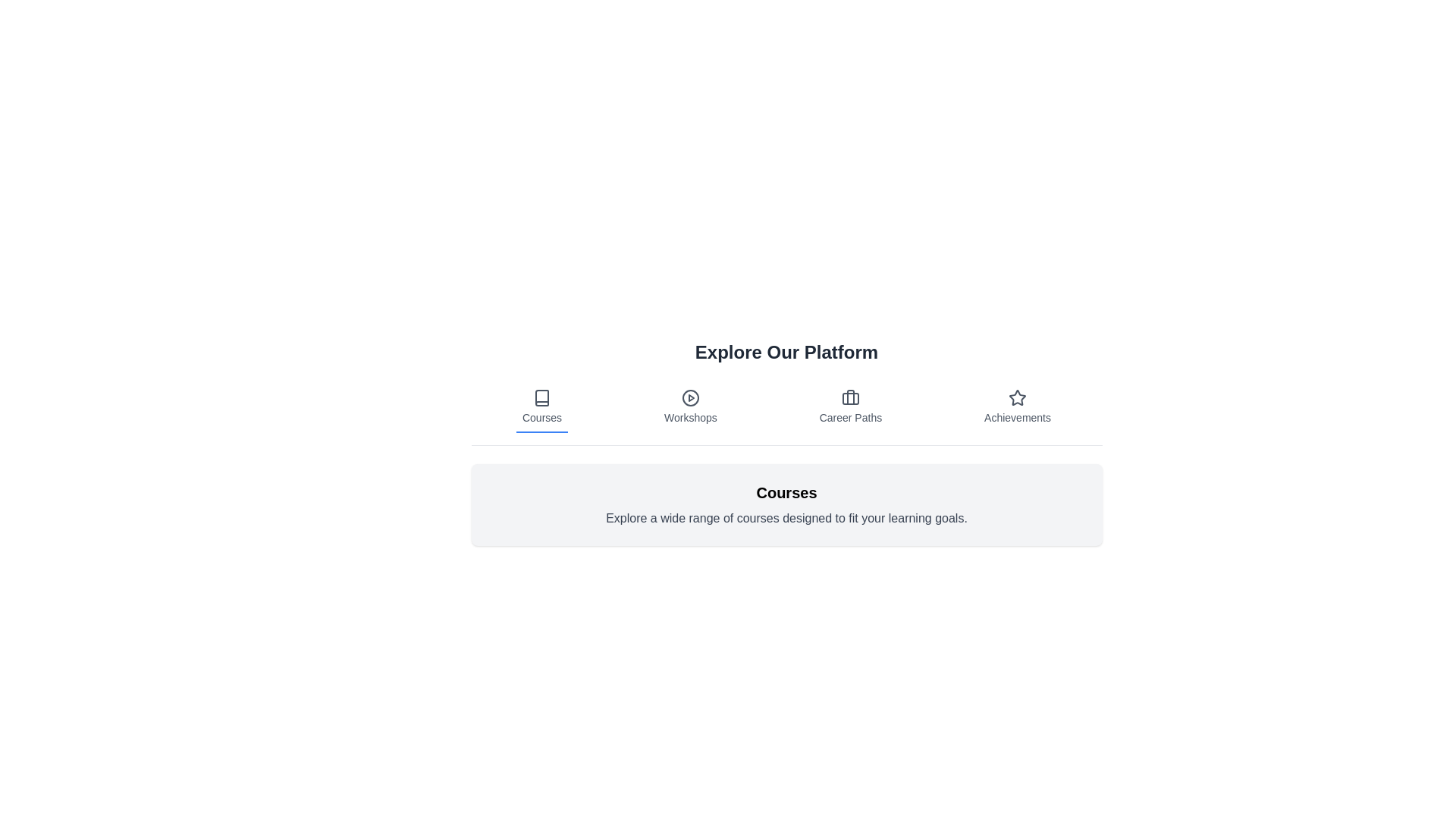 Image resolution: width=1456 pixels, height=819 pixels. I want to click on the tab labeled Career Paths to view its content, so click(850, 406).